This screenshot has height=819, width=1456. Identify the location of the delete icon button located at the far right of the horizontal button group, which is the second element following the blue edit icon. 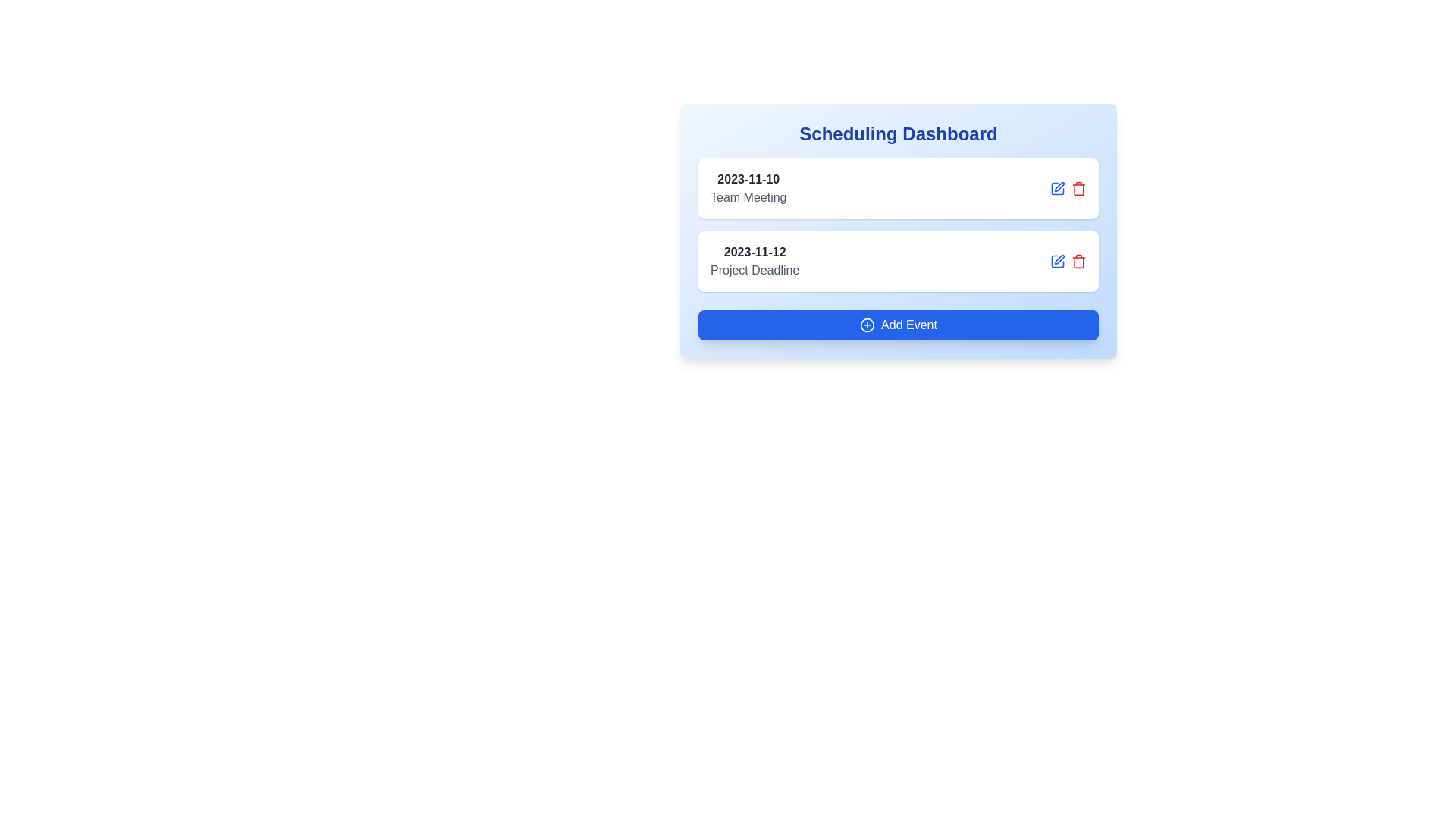
(1078, 188).